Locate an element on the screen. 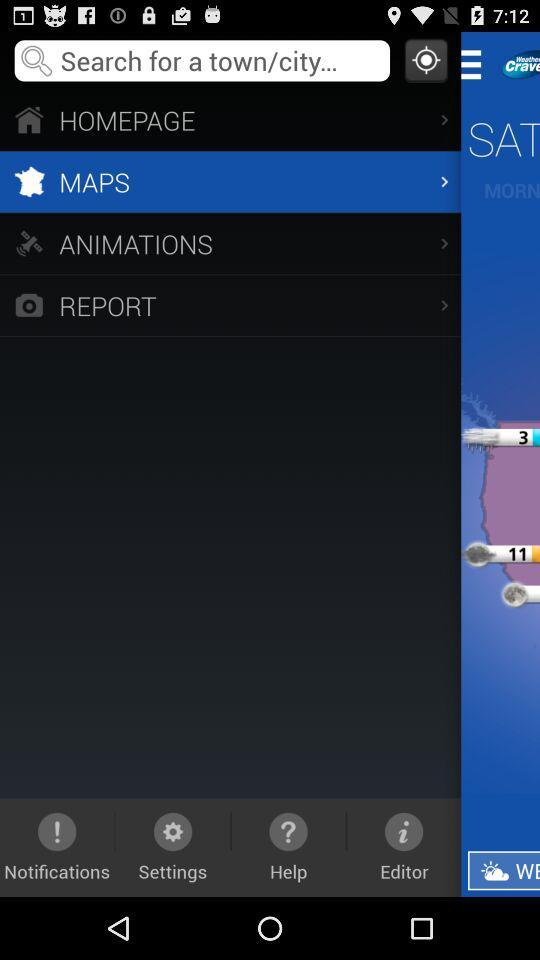 The height and width of the screenshot is (960, 540). my location is located at coordinates (425, 59).